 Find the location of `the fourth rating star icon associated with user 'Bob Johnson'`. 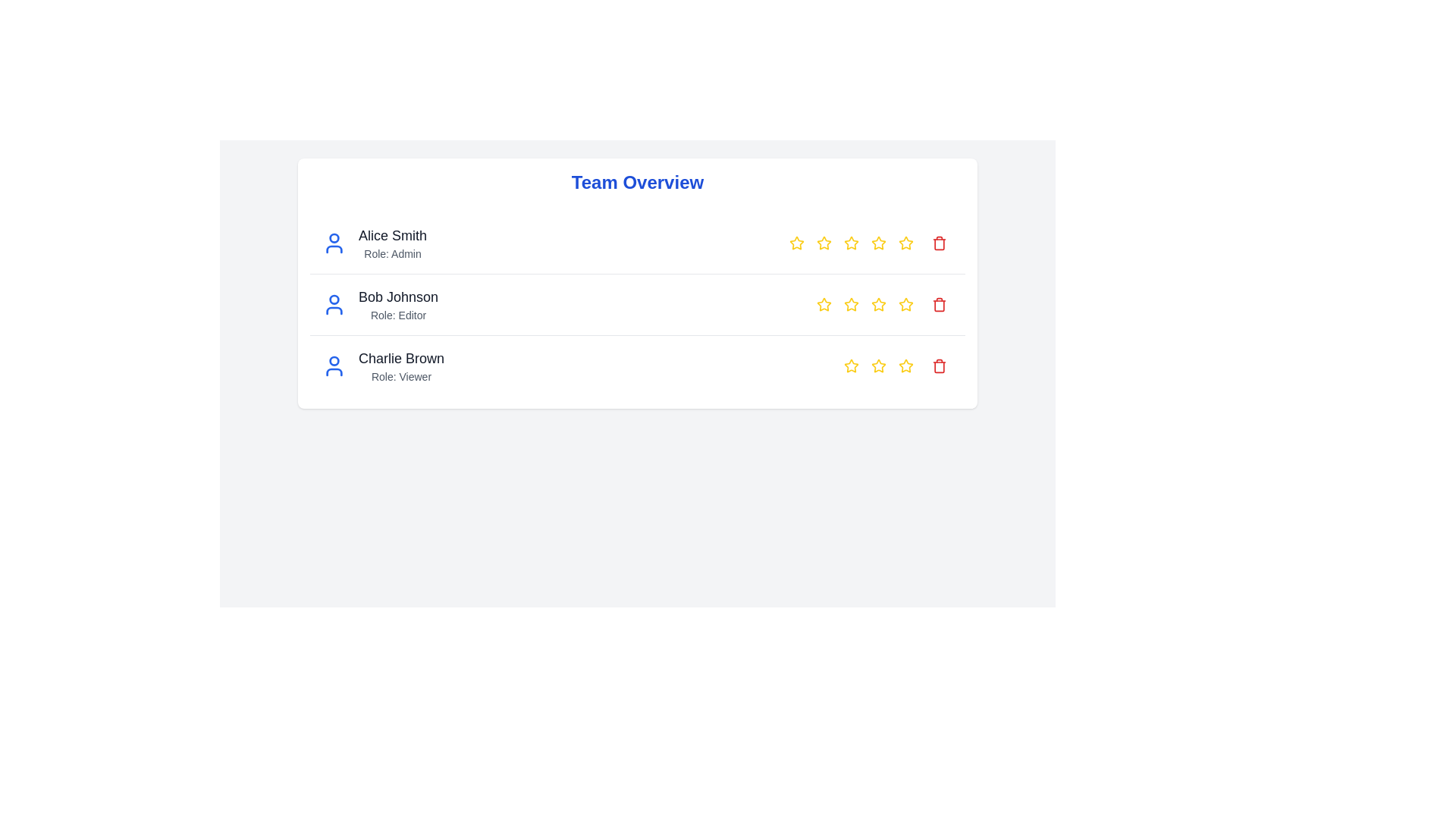

the fourth rating star icon associated with user 'Bob Johnson' is located at coordinates (877, 304).